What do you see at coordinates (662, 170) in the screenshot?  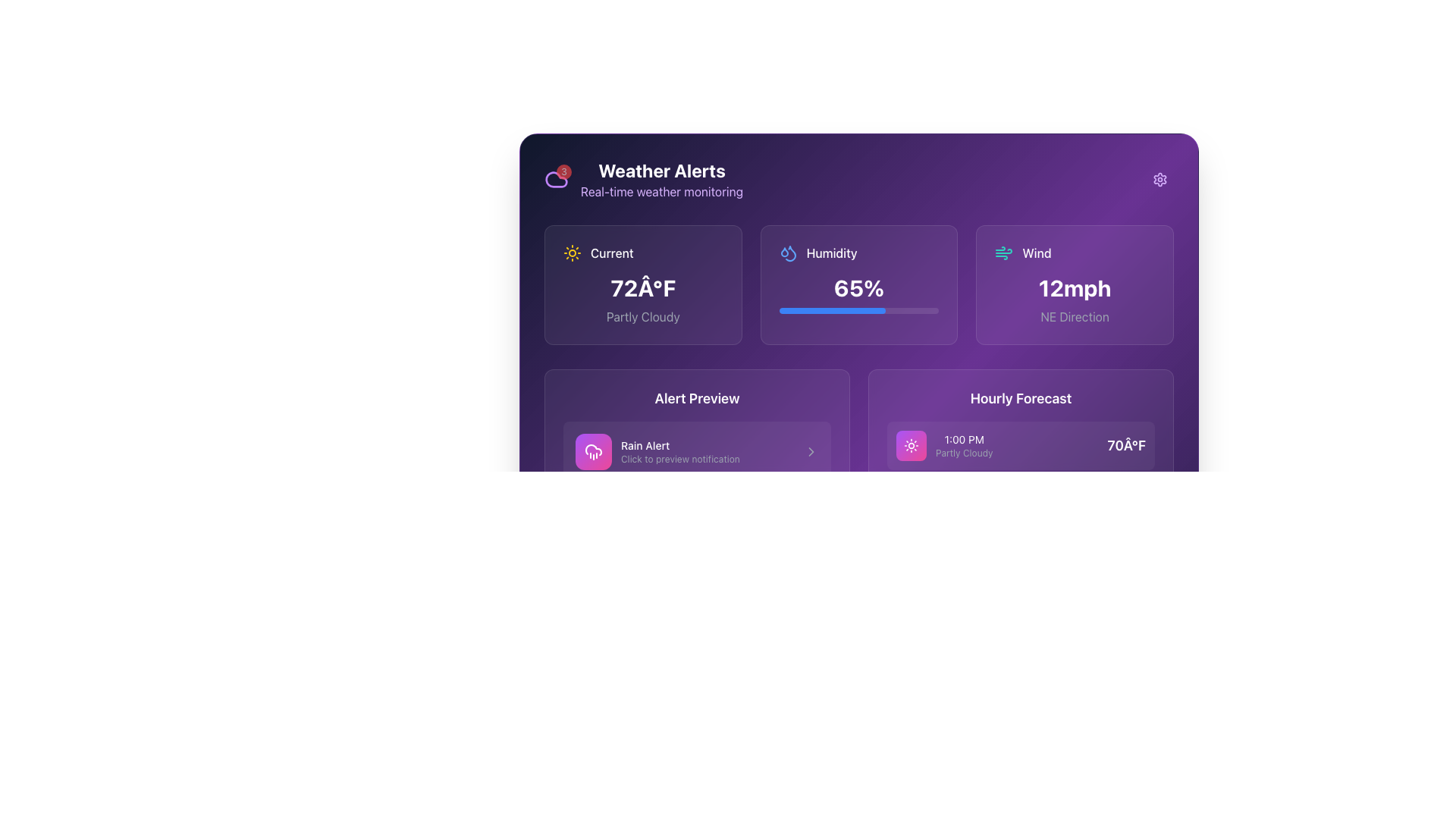 I see `the 'Weather Alerts' text label, which is styled in bold white font against a purple background, indicating its prominence within the interface` at bounding box center [662, 170].